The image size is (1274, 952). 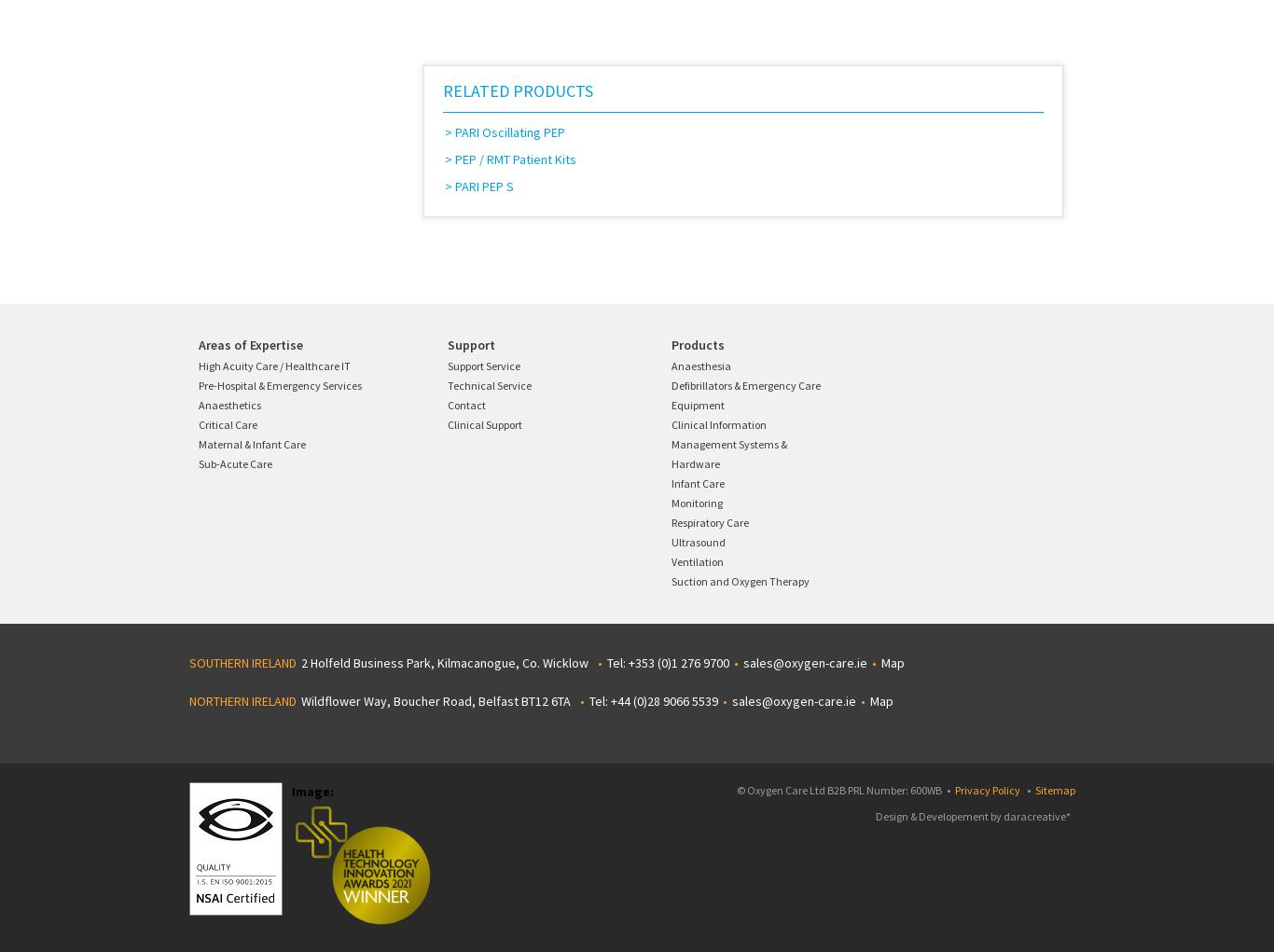 I want to click on 'Anaesthesia', so click(x=700, y=366).